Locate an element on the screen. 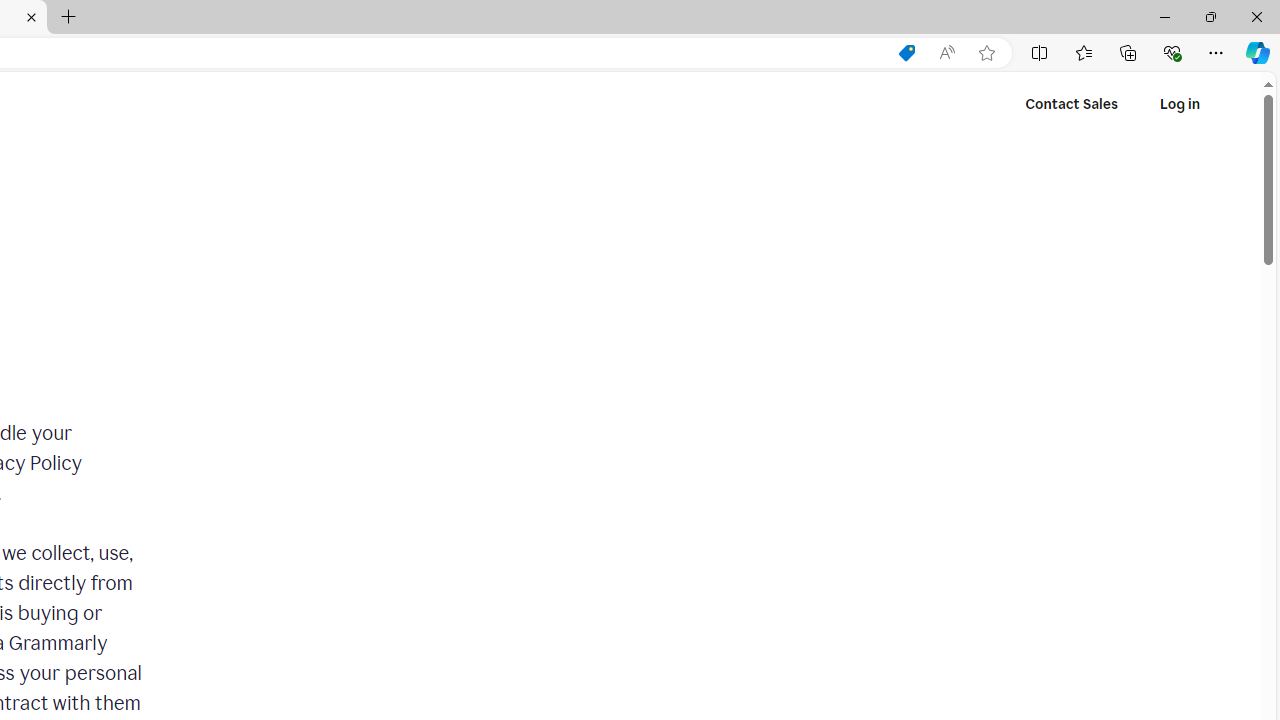 The width and height of the screenshot is (1280, 720). 'Contact Sales' is located at coordinates (1071, 104).